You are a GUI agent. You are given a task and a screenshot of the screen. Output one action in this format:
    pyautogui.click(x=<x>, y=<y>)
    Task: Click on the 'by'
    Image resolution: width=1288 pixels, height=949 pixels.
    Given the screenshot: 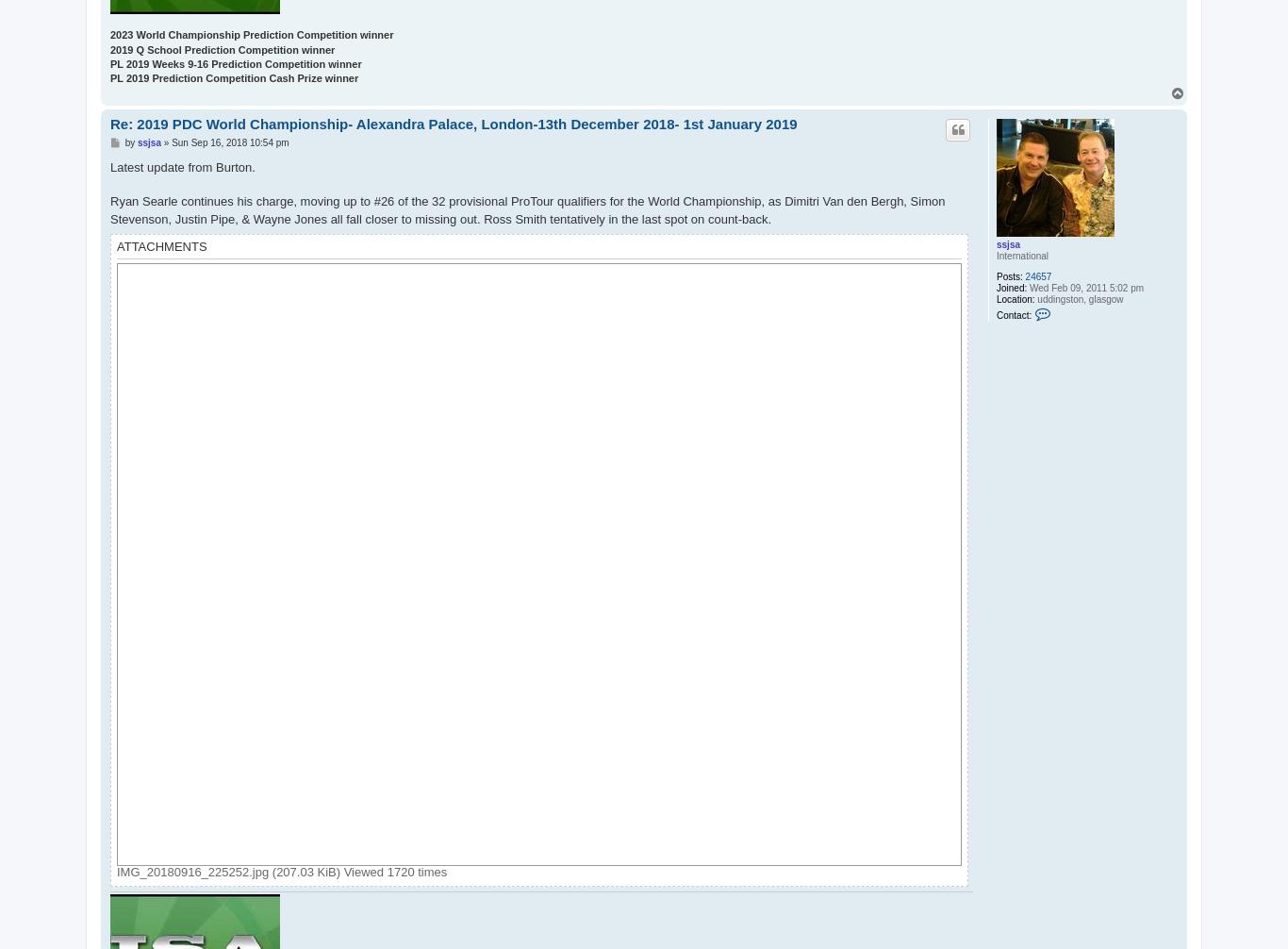 What is the action you would take?
    pyautogui.click(x=129, y=142)
    